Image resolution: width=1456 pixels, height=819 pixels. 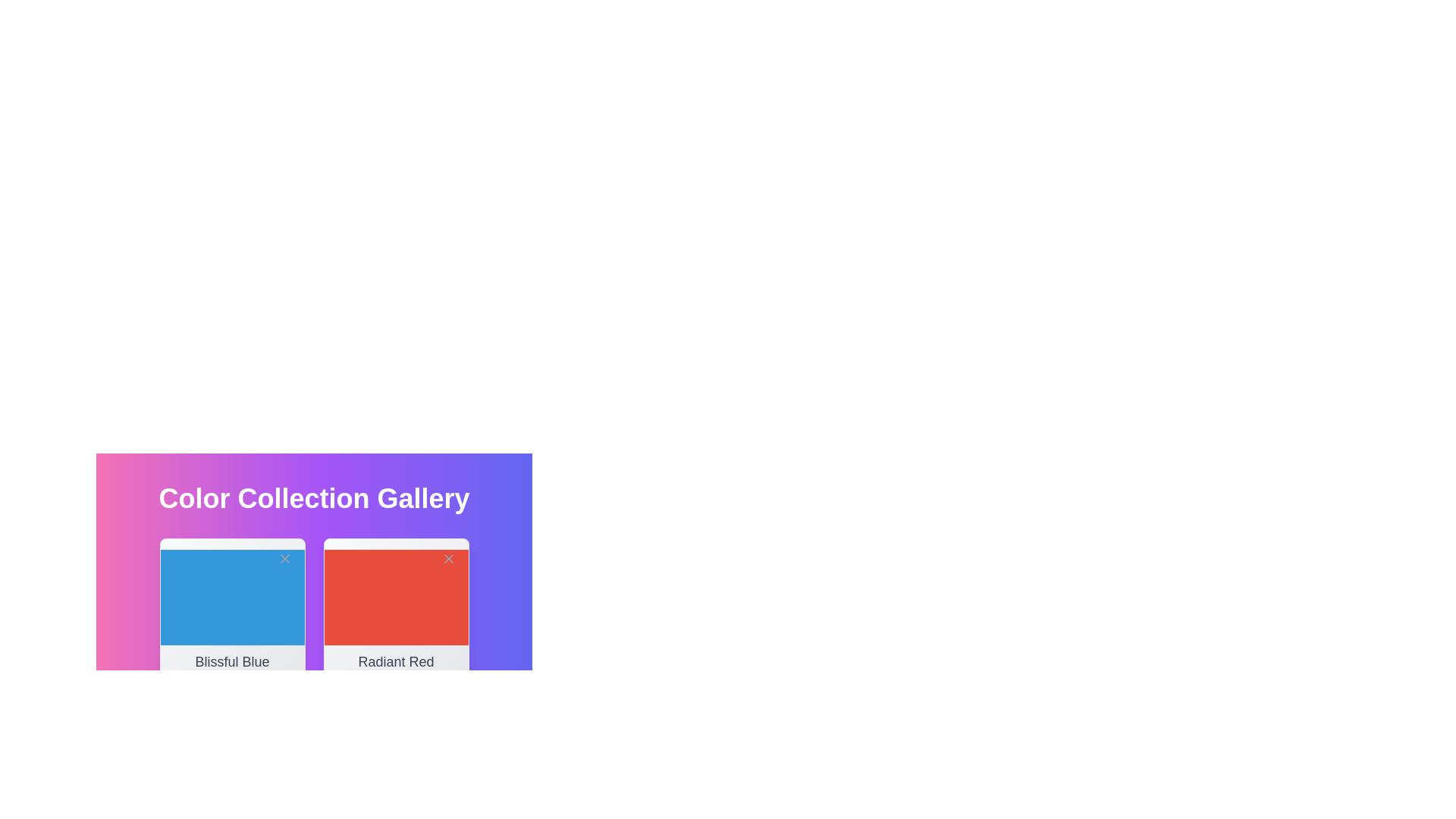 What do you see at coordinates (447, 558) in the screenshot?
I see `the 'X' icon in the top-right corner of the 'Radiant Red' card button` at bounding box center [447, 558].